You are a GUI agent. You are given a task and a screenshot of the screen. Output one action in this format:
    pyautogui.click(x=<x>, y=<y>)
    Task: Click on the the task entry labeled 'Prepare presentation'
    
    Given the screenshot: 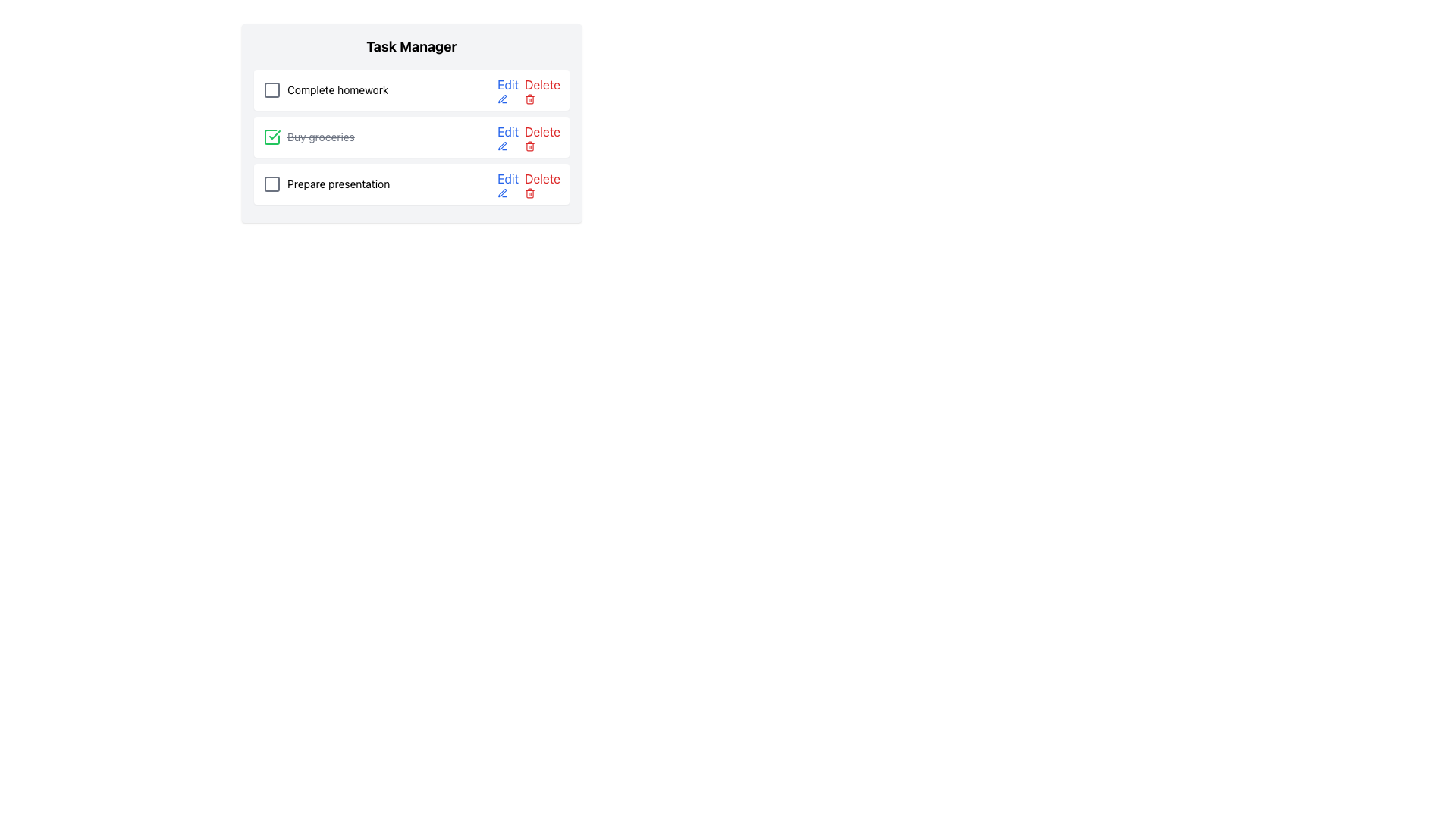 What is the action you would take?
    pyautogui.click(x=325, y=184)
    